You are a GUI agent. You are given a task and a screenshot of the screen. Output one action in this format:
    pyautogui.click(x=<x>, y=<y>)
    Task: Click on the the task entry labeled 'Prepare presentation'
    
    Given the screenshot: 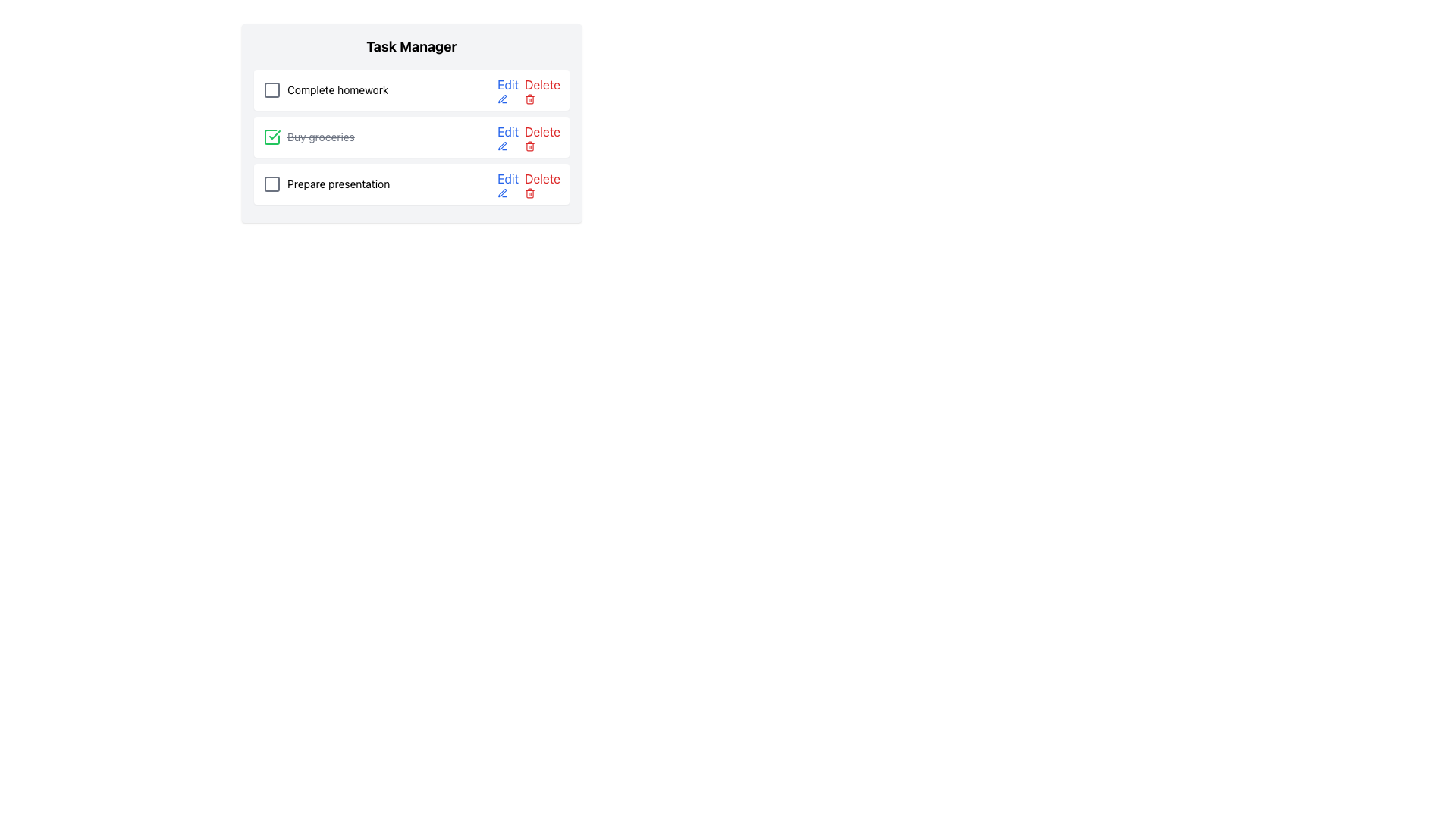 What is the action you would take?
    pyautogui.click(x=325, y=184)
    